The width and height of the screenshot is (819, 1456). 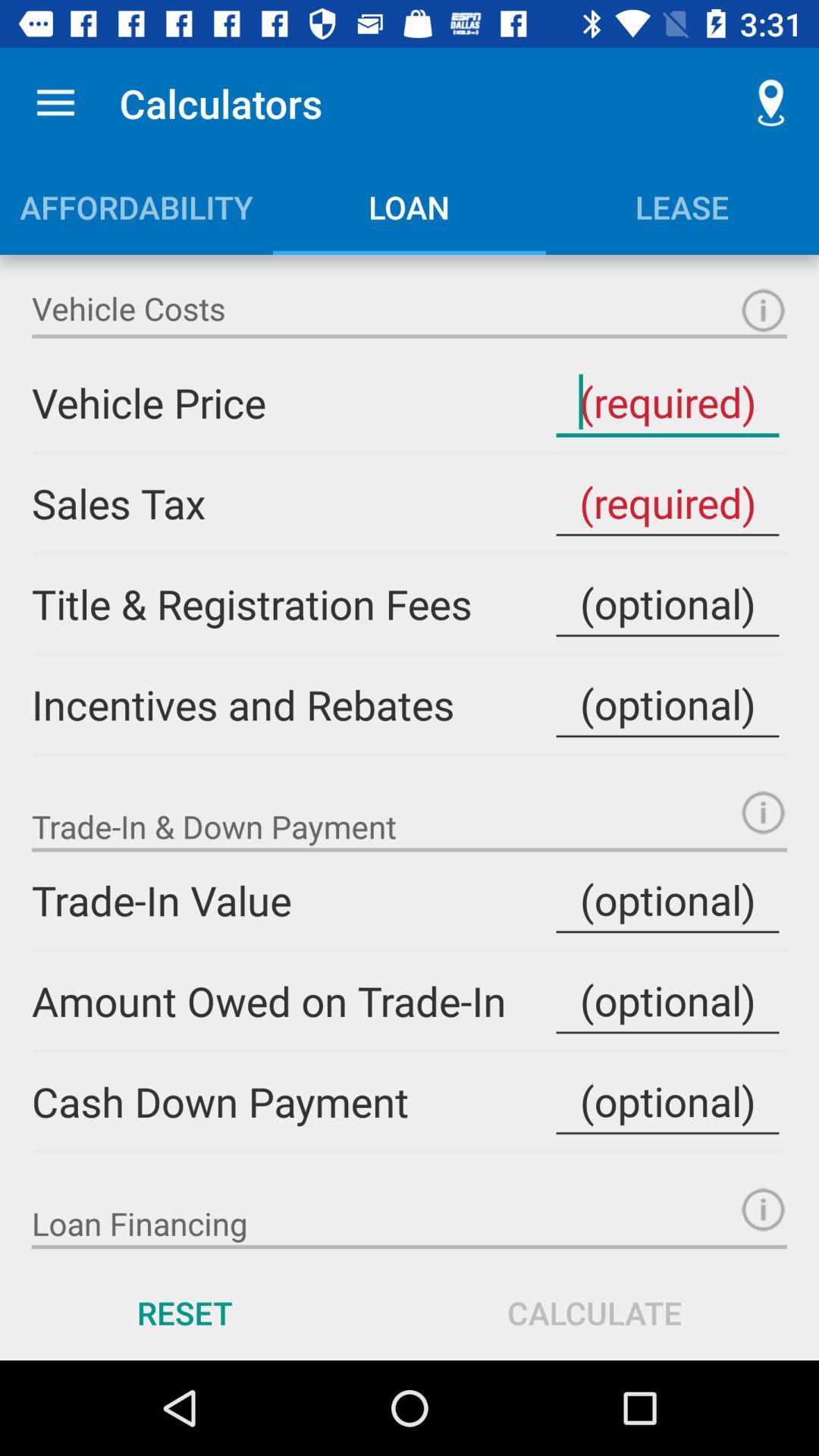 I want to click on vehicle price input, so click(x=763, y=309).